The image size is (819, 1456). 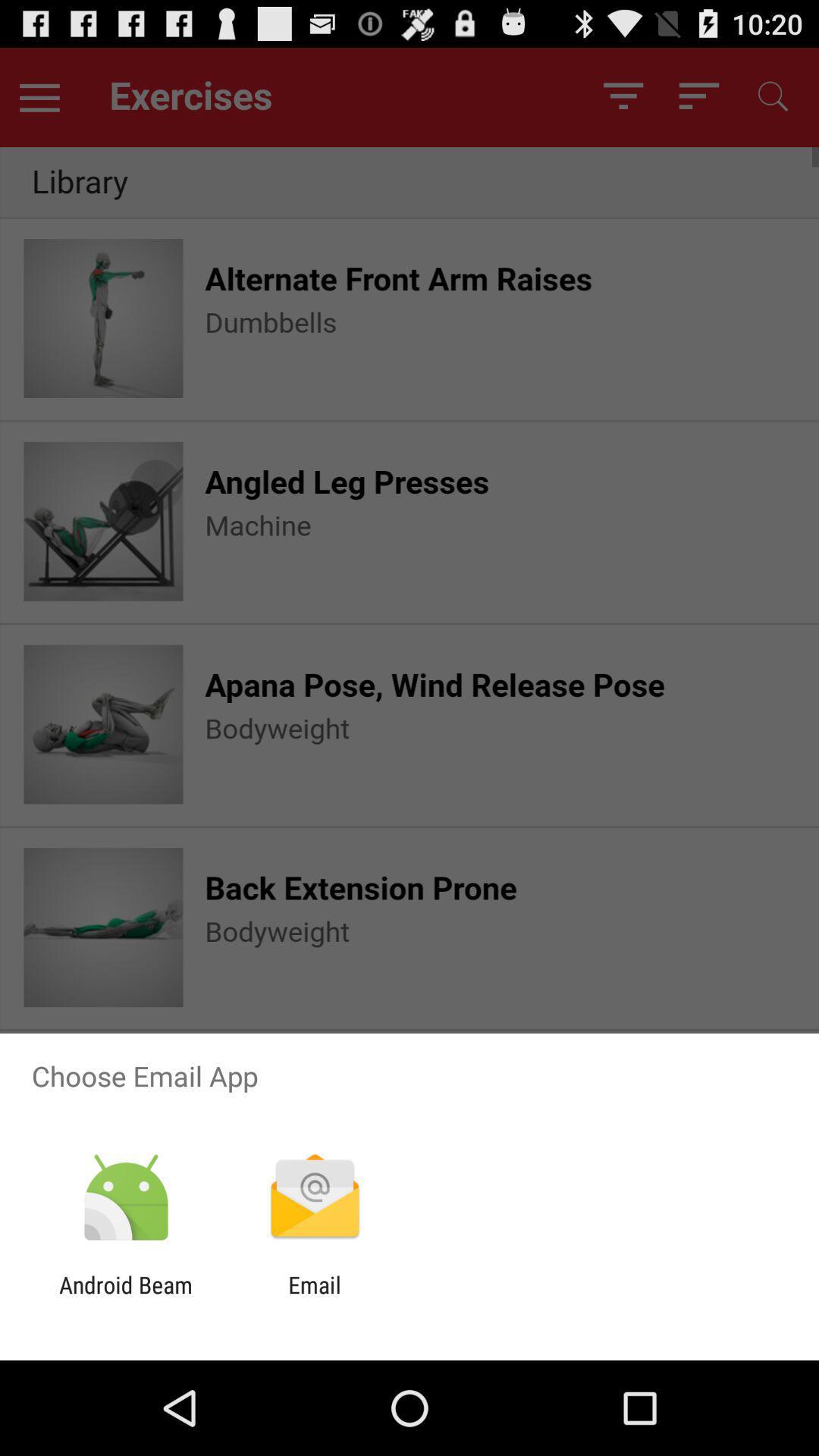 I want to click on the icon next to the email app, so click(x=125, y=1298).